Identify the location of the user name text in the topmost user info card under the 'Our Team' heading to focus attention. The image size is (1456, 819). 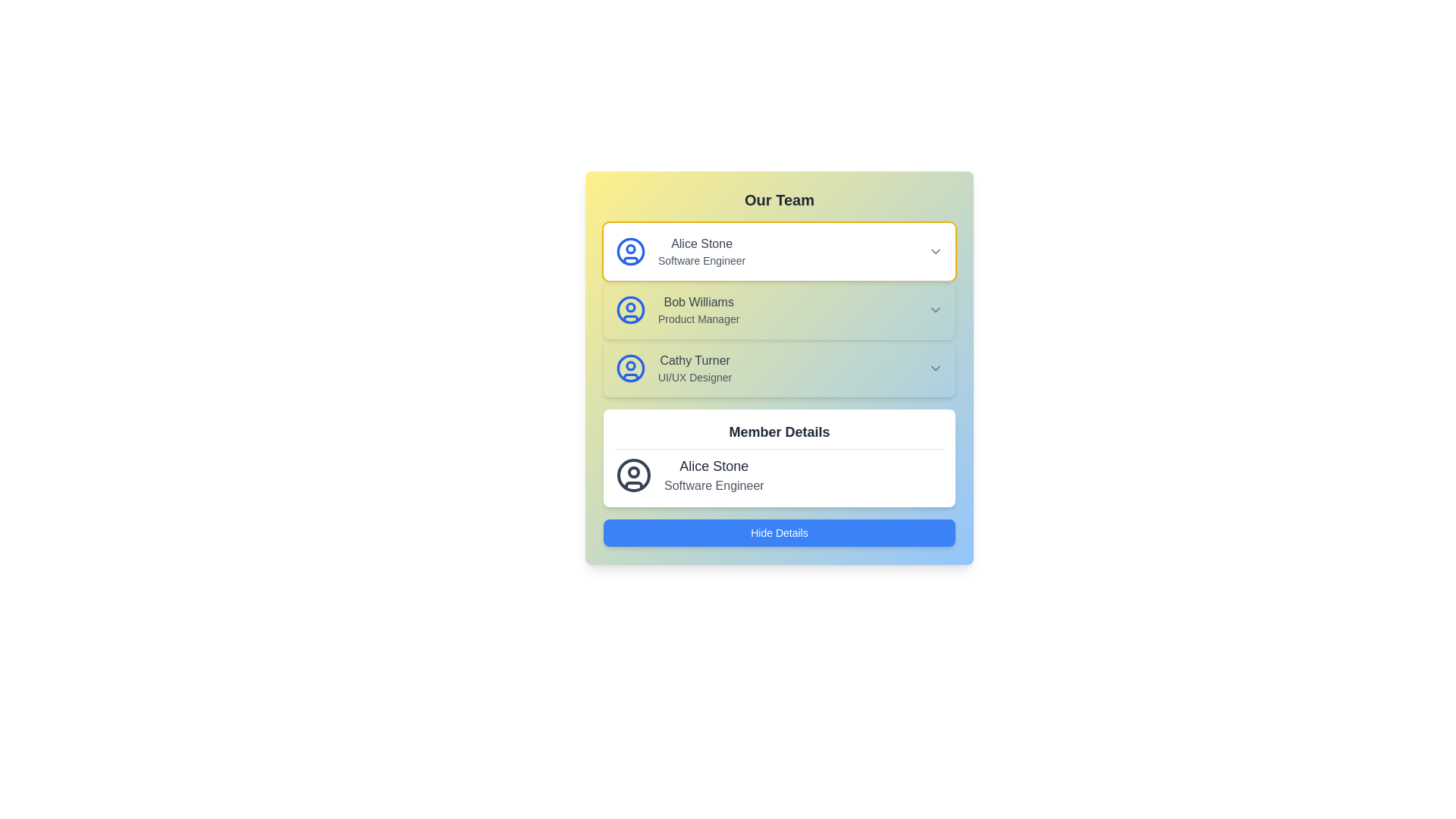
(701, 243).